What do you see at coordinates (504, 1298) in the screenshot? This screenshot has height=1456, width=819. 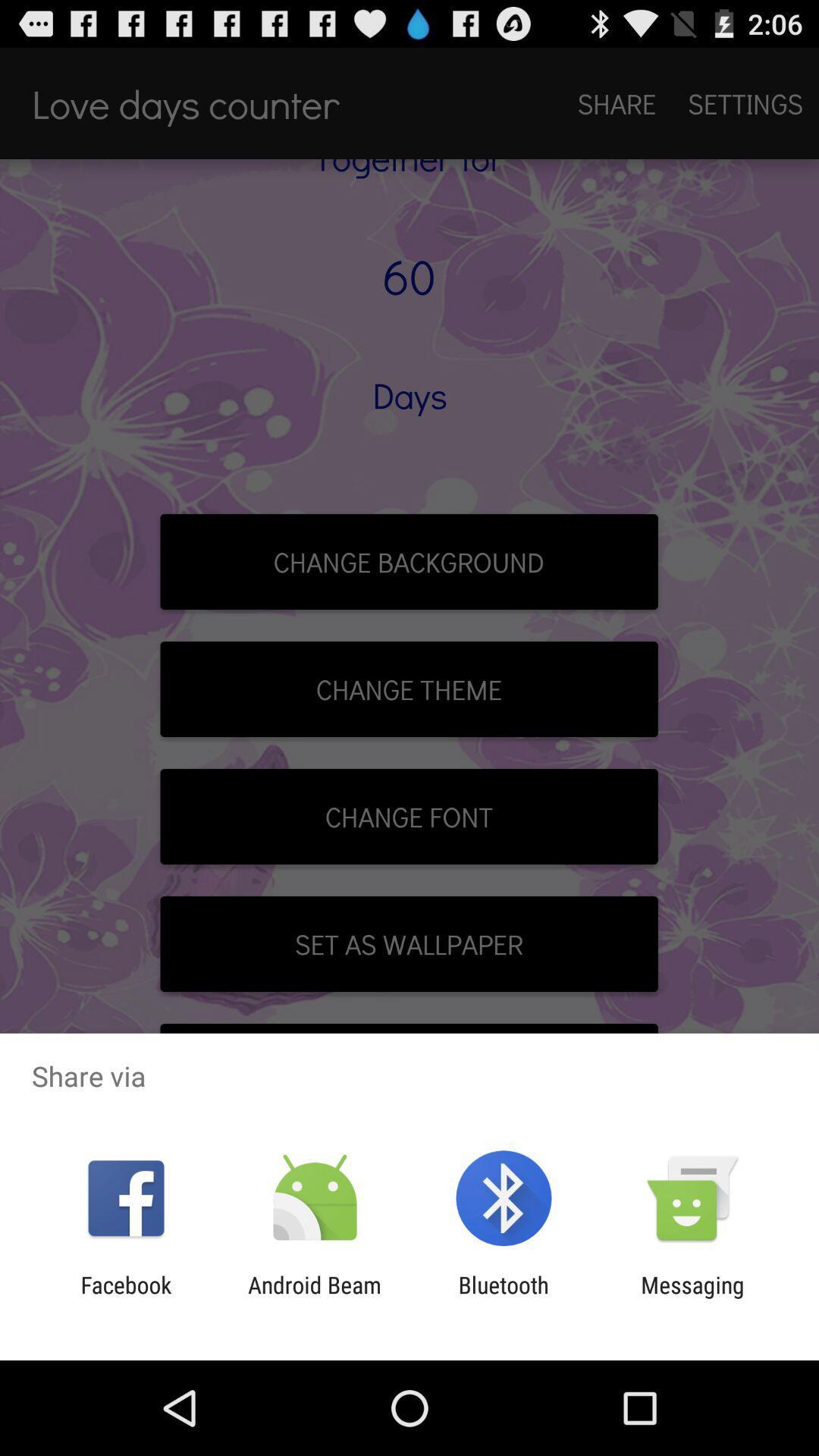 I see `item next to android beam app` at bounding box center [504, 1298].